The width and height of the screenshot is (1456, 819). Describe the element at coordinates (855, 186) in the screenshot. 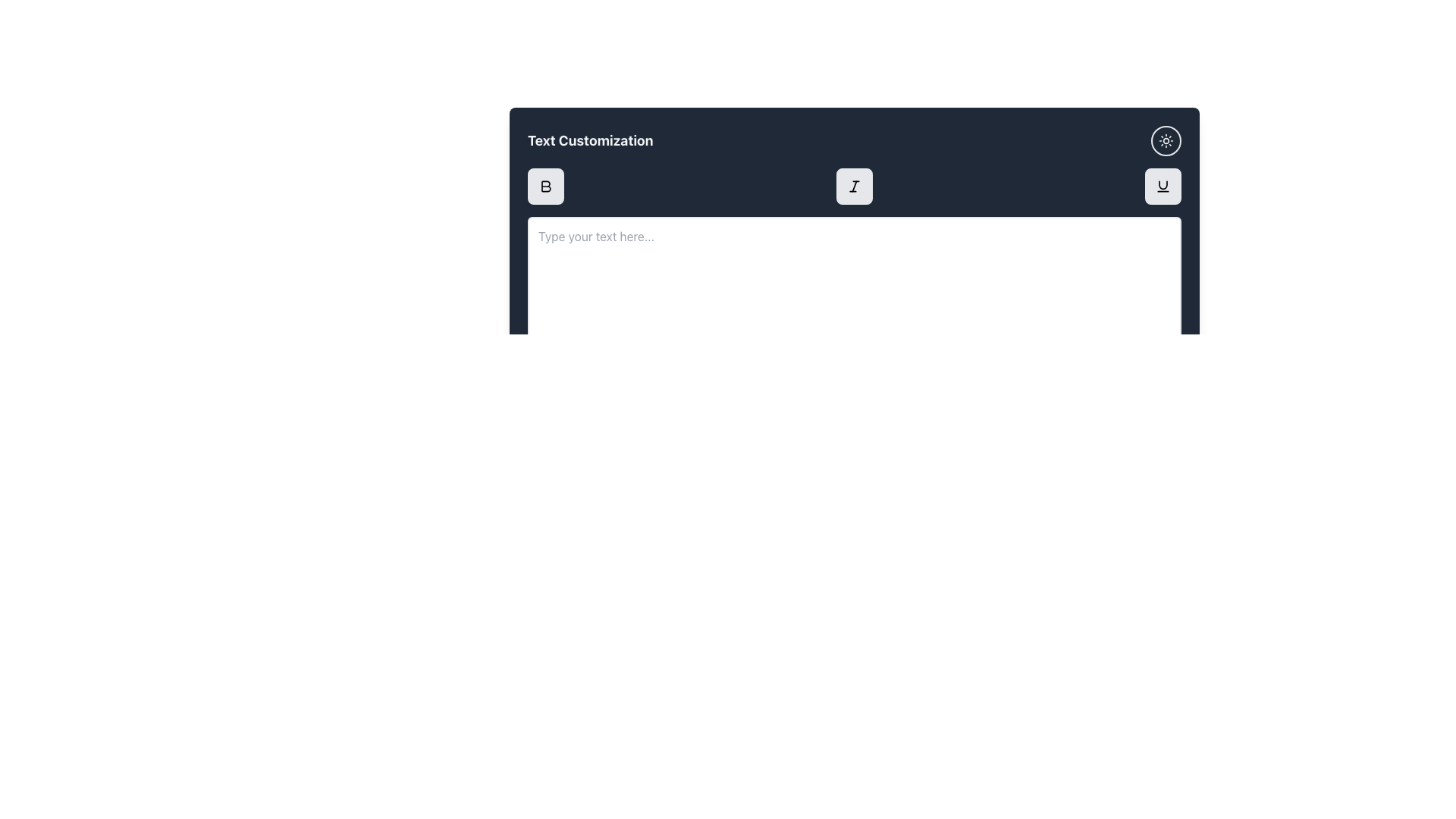

I see `the second button in the row for text customization` at that location.